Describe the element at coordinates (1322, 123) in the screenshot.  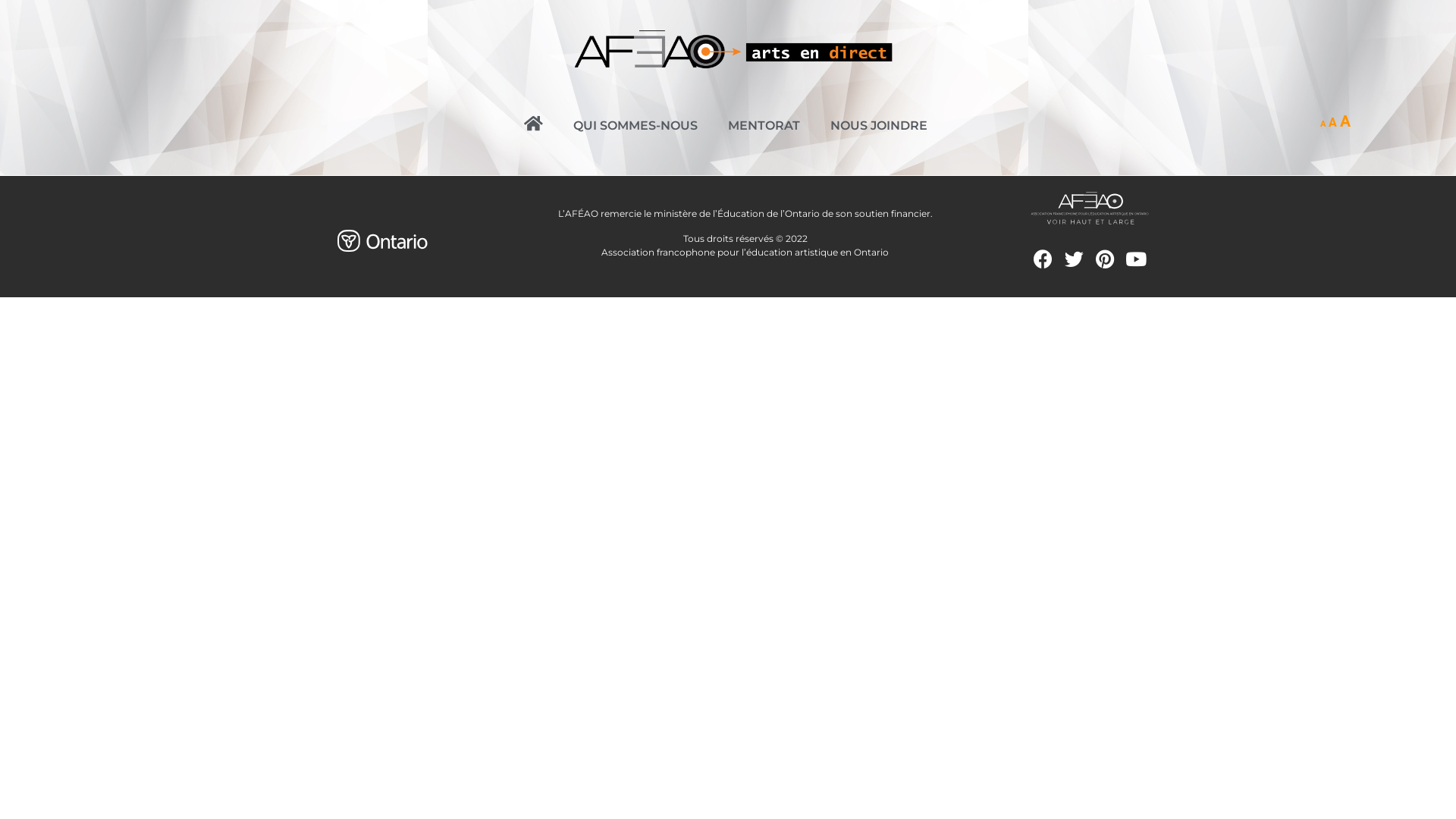
I see `'A'` at that location.